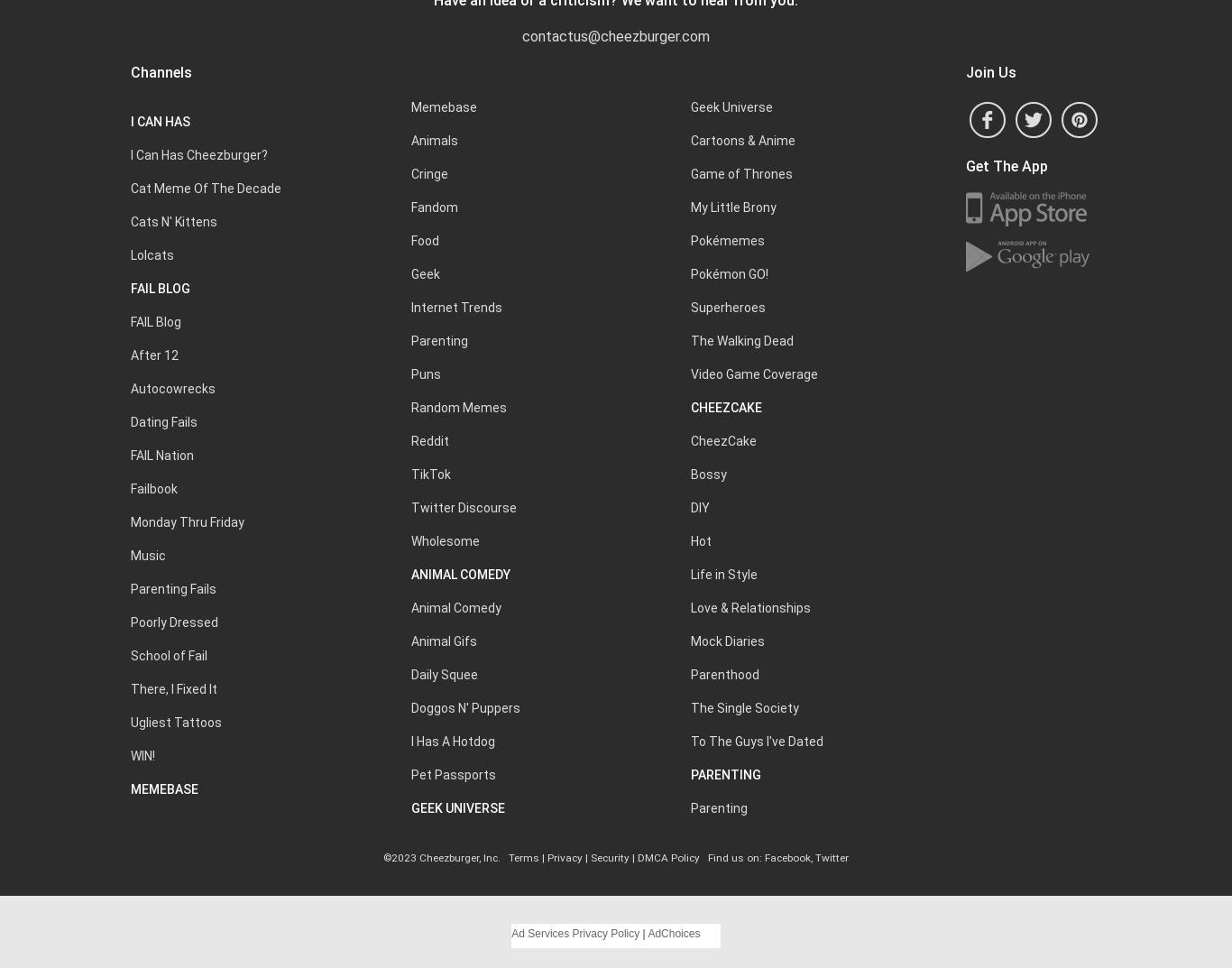 This screenshot has height=968, width=1232. Describe the element at coordinates (151, 254) in the screenshot. I see `'Lolcats'` at that location.